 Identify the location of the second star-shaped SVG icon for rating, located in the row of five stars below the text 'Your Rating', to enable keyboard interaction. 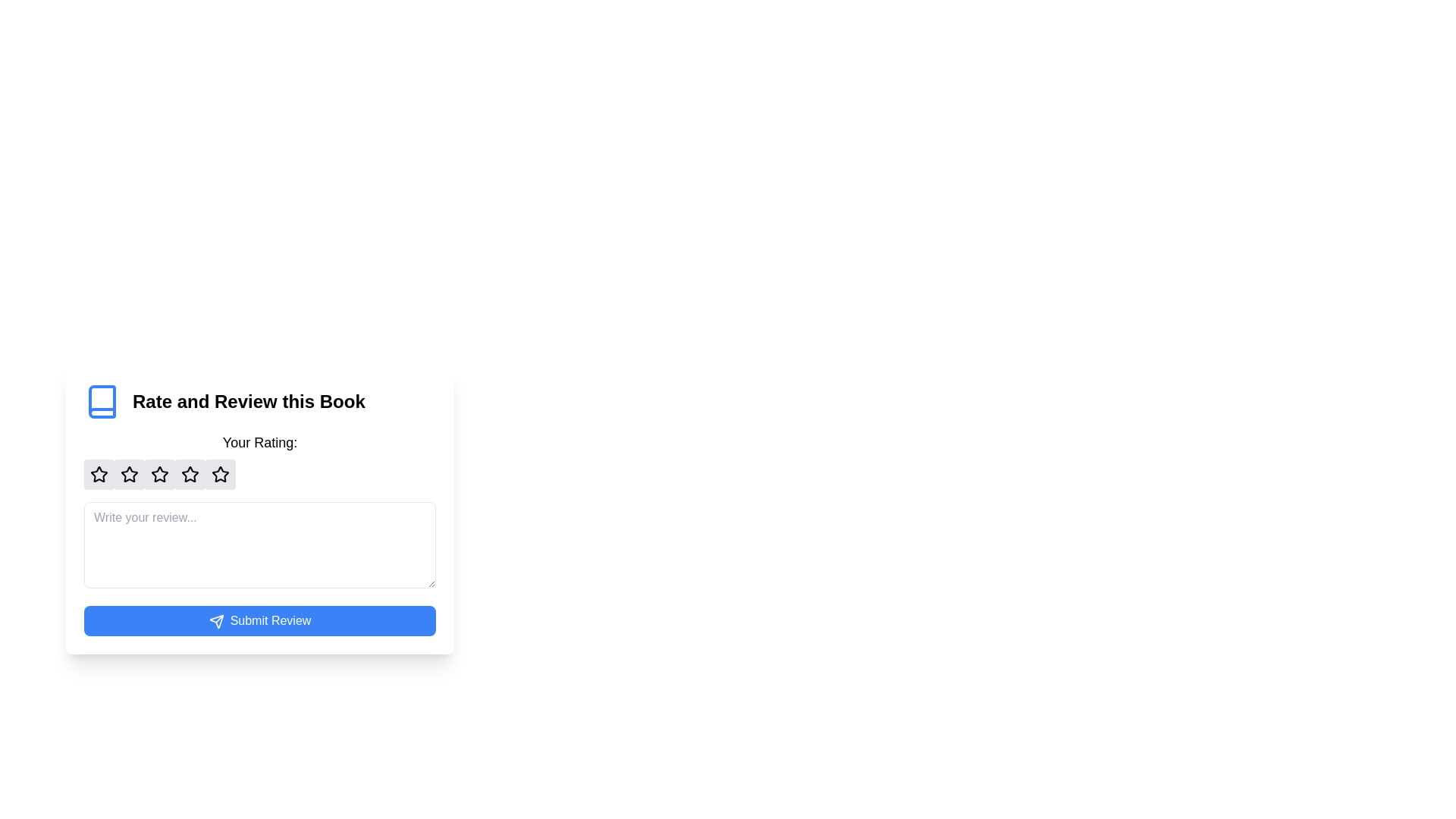
(189, 473).